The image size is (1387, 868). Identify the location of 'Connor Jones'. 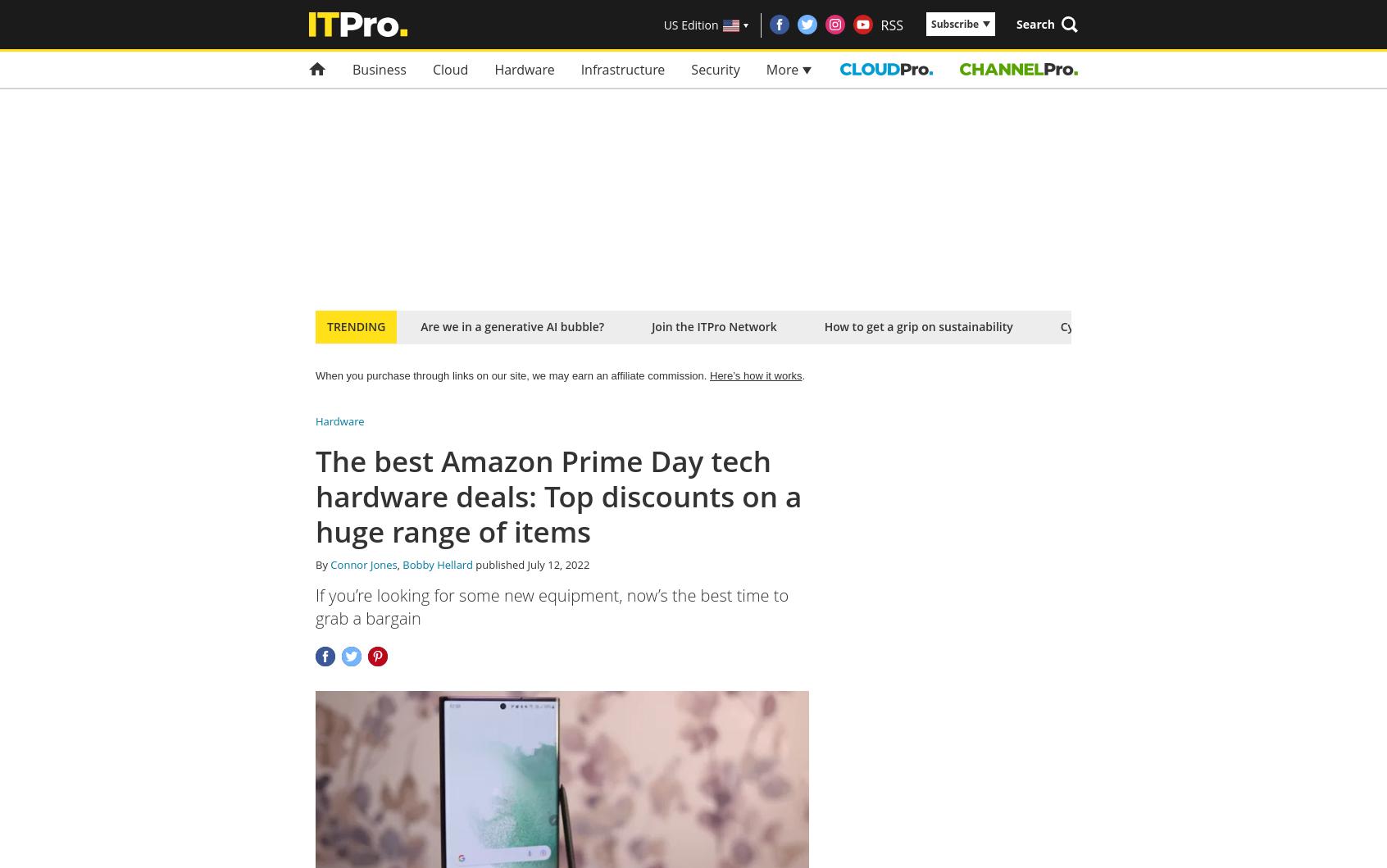
(330, 564).